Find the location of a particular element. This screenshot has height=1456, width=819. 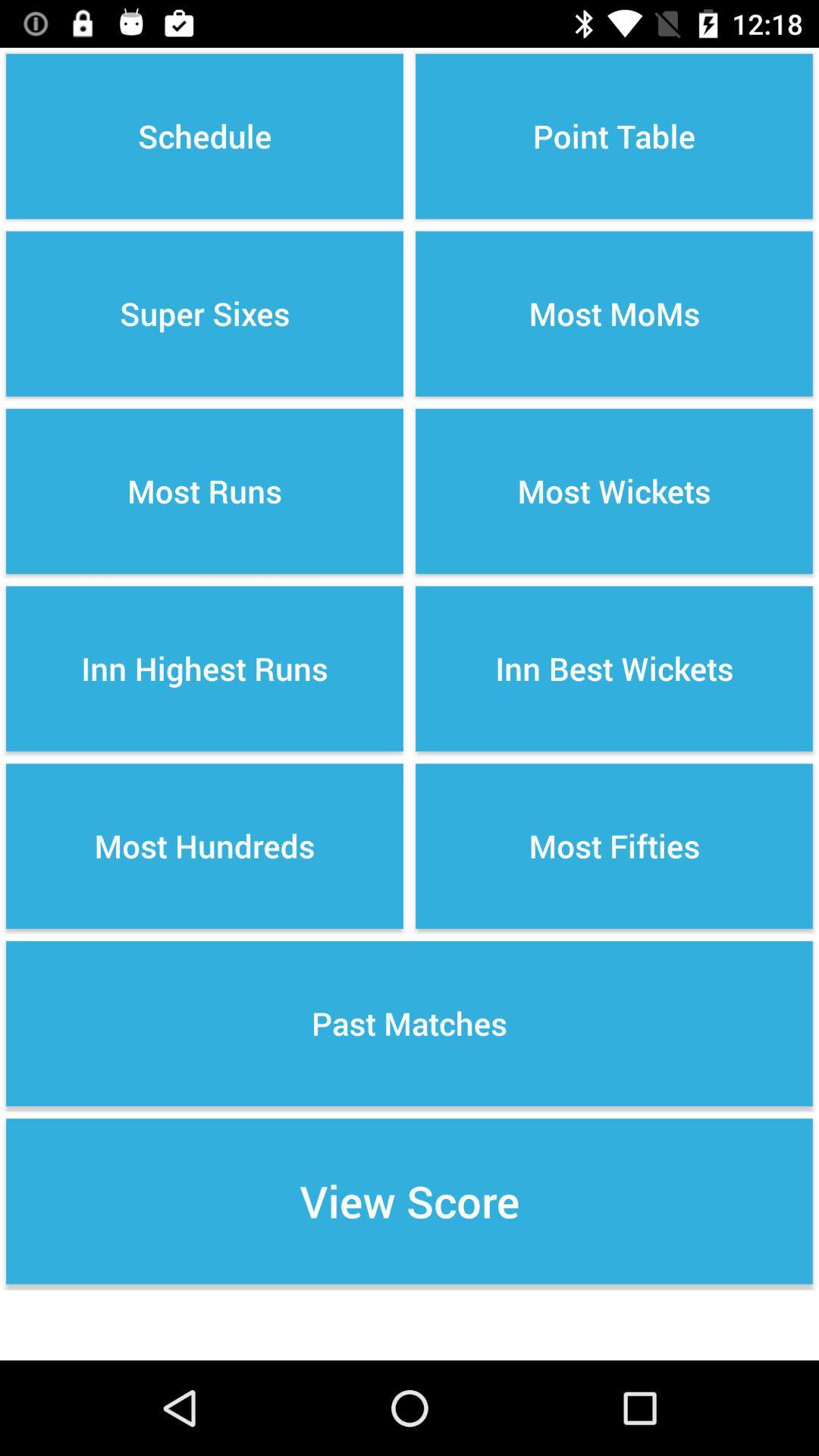

item to the right of inn highest runs item is located at coordinates (614, 846).